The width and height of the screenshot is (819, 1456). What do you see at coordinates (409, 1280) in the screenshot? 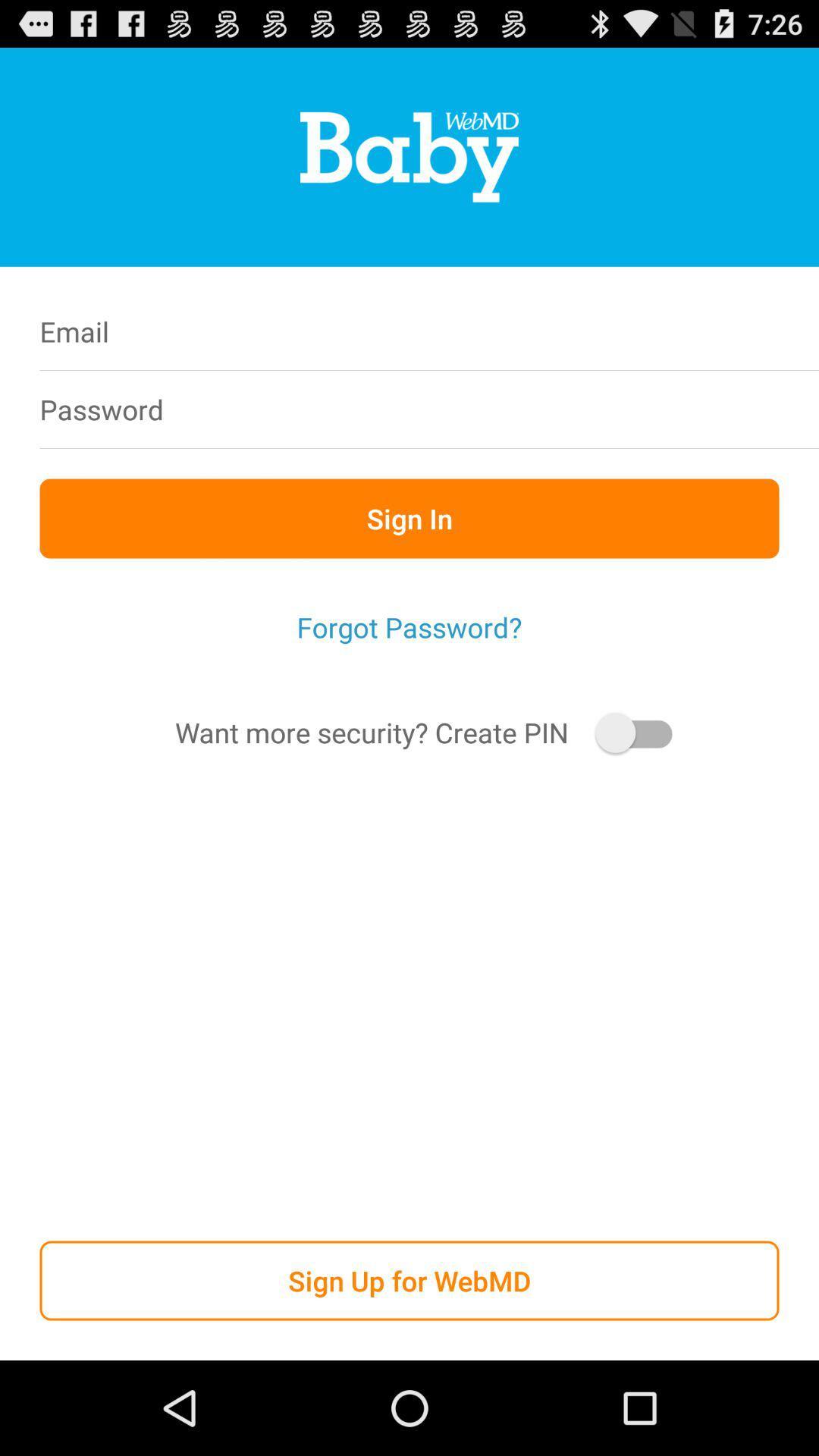
I see `item at the bottom` at bounding box center [409, 1280].